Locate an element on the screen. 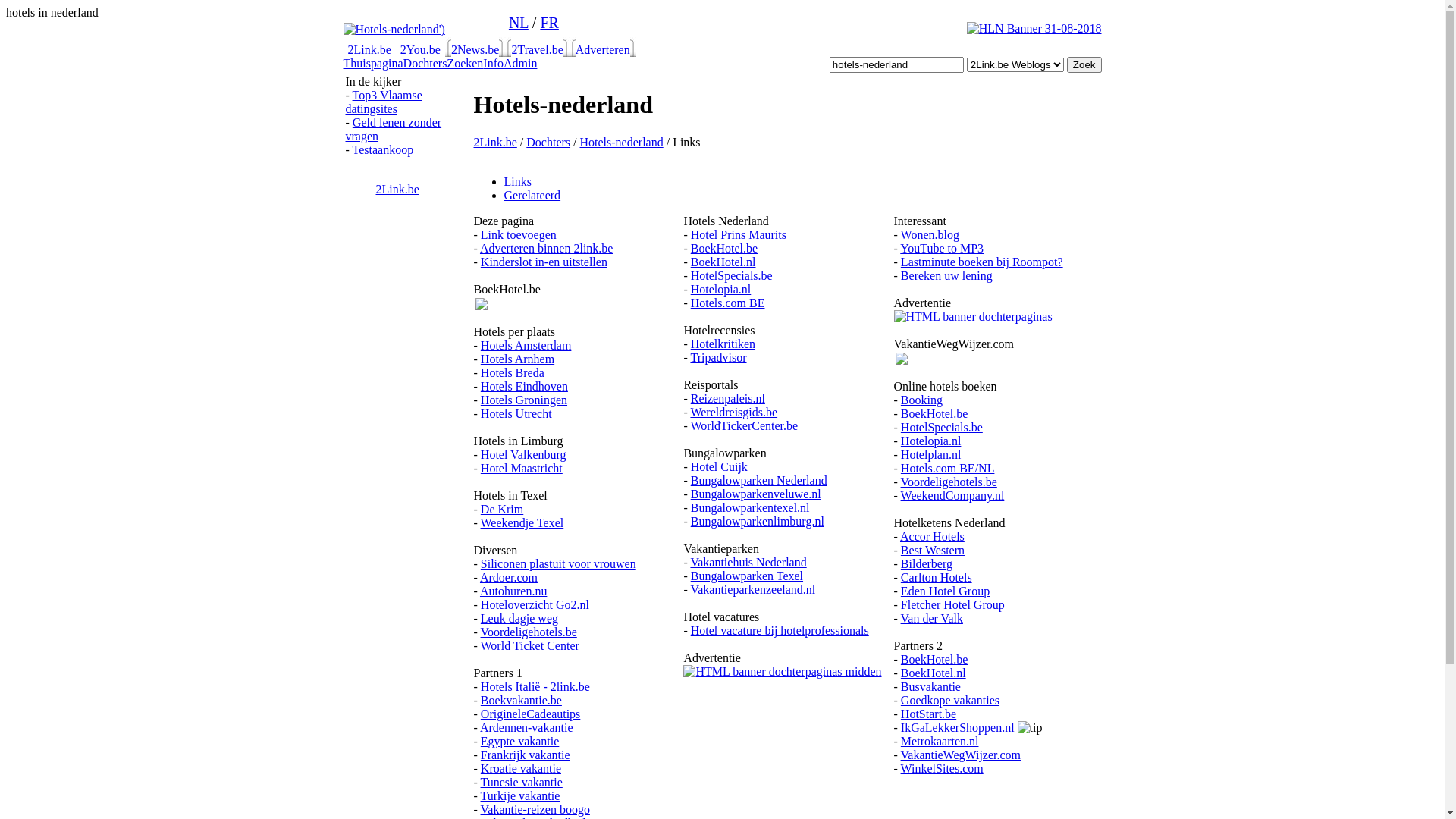 The width and height of the screenshot is (1456, 819). 'Hotel vacature bij hotelprofessionals' is located at coordinates (780, 630).